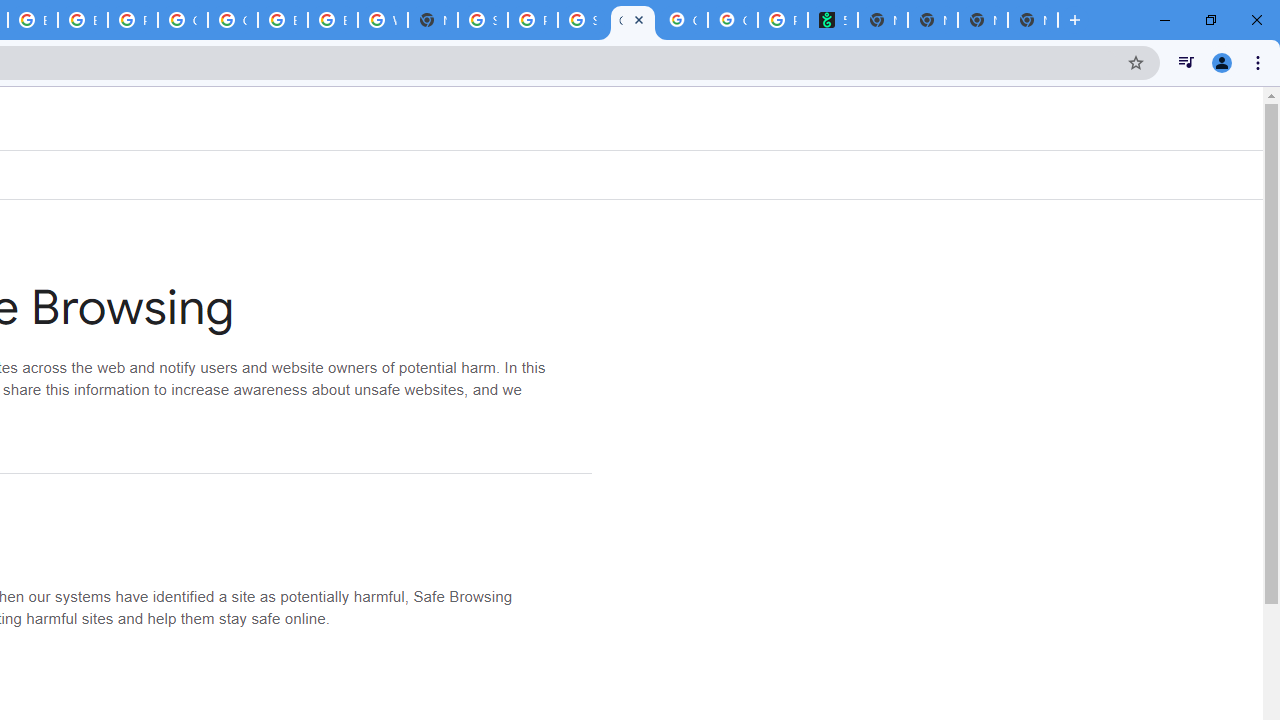 This screenshot has height=720, width=1280. I want to click on 'Google Cloud Platform', so click(232, 20).